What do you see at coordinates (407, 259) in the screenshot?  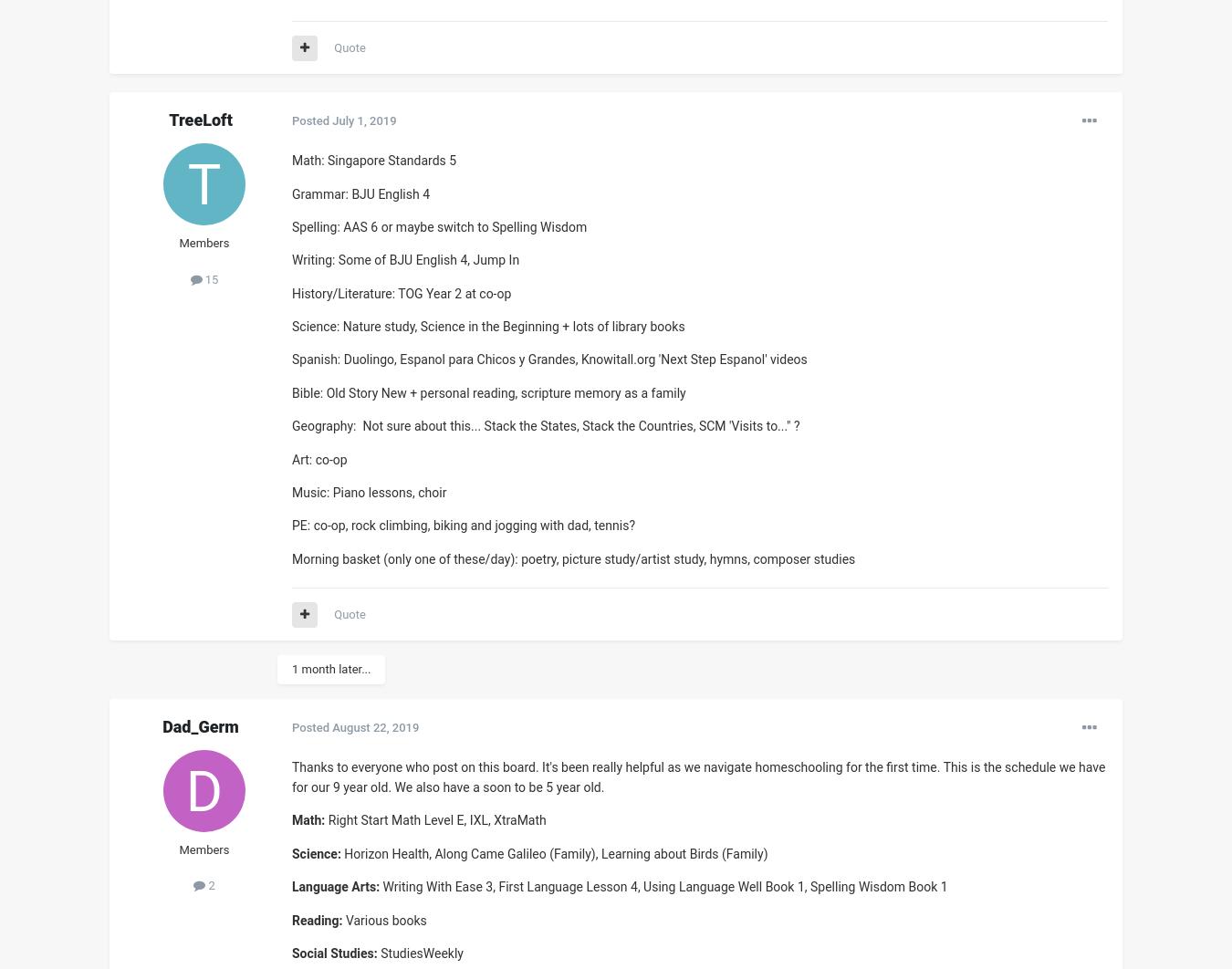 I see `'Writing: Some of BJU English 4, Jump In'` at bounding box center [407, 259].